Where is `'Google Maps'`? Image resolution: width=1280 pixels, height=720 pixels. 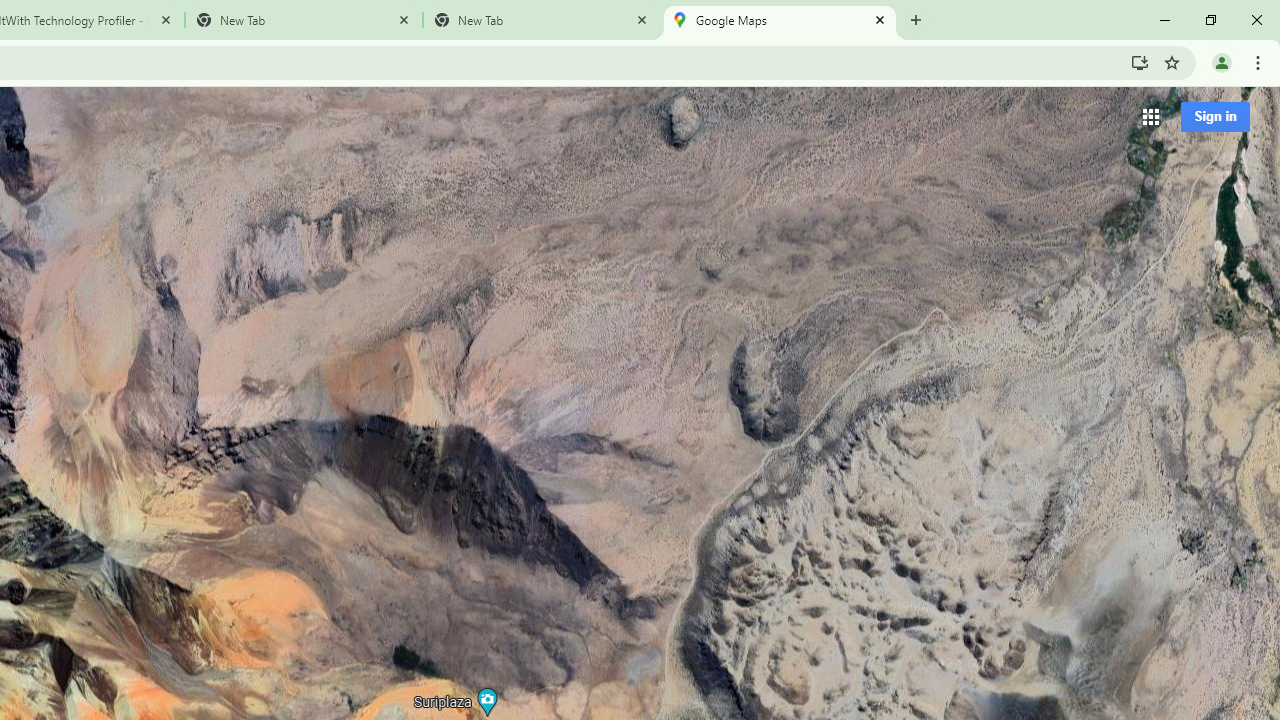
'Google Maps' is located at coordinates (778, 20).